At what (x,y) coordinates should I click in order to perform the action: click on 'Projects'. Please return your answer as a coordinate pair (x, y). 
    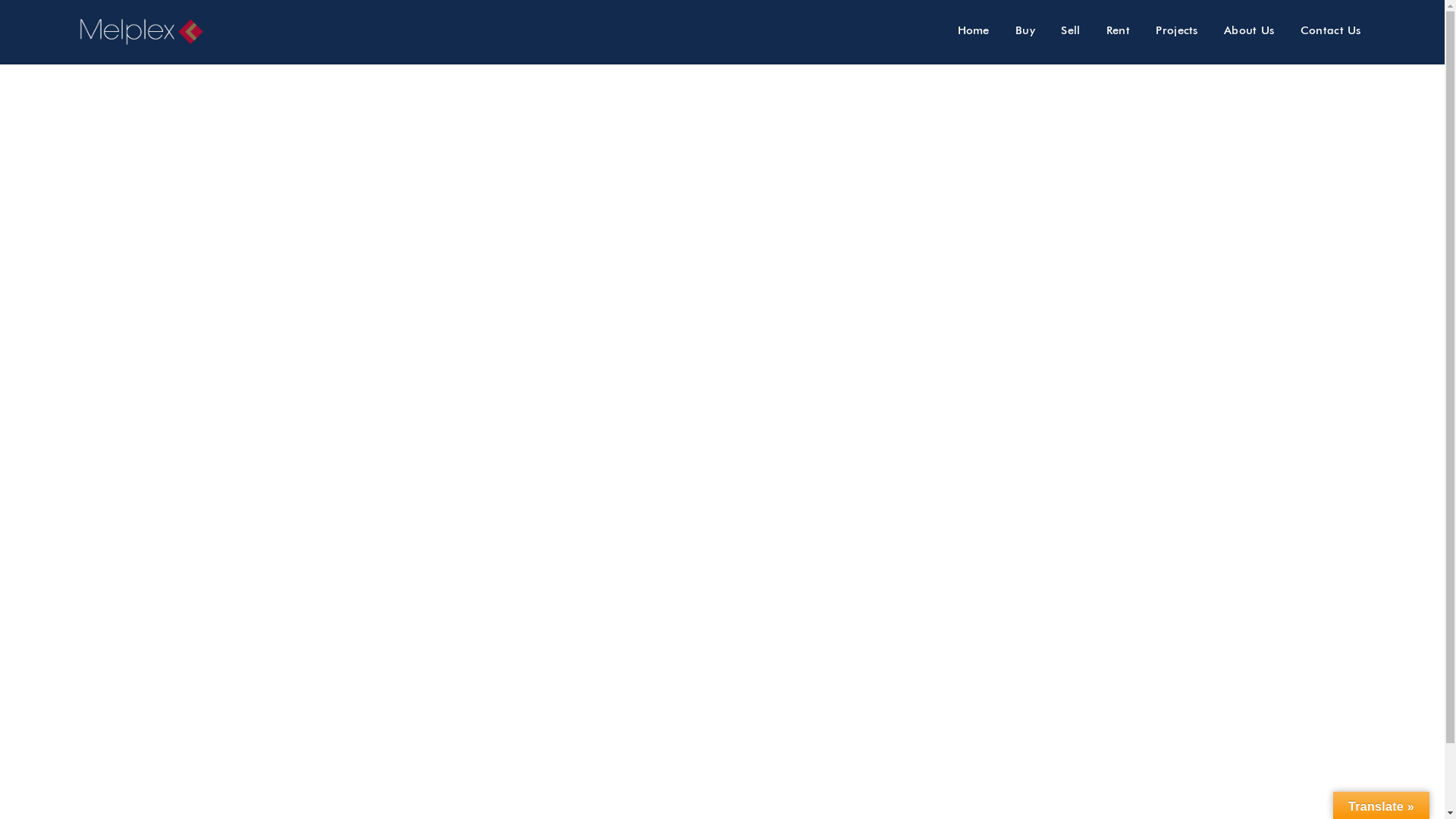
    Looking at the image, I should click on (1175, 30).